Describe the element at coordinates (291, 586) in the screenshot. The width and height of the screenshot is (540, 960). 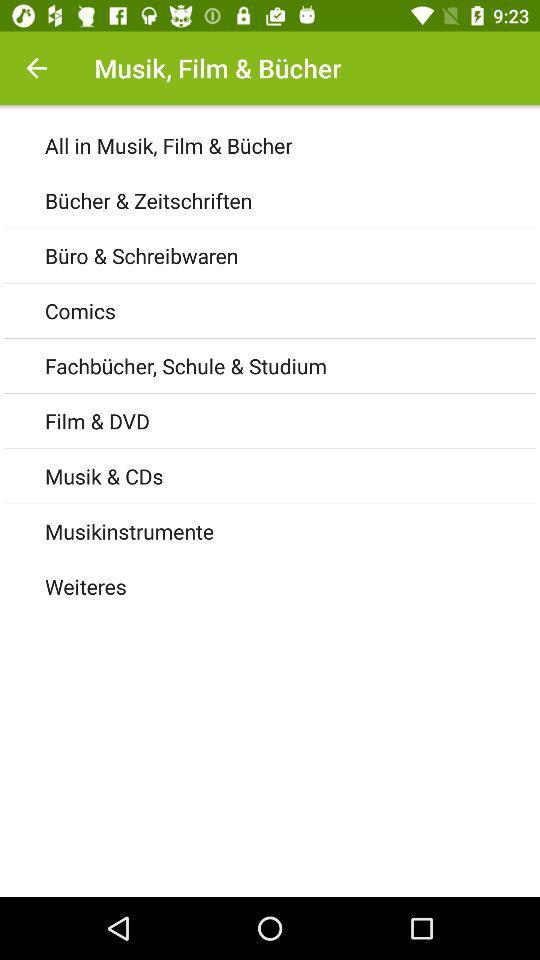
I see `weiteres icon` at that location.